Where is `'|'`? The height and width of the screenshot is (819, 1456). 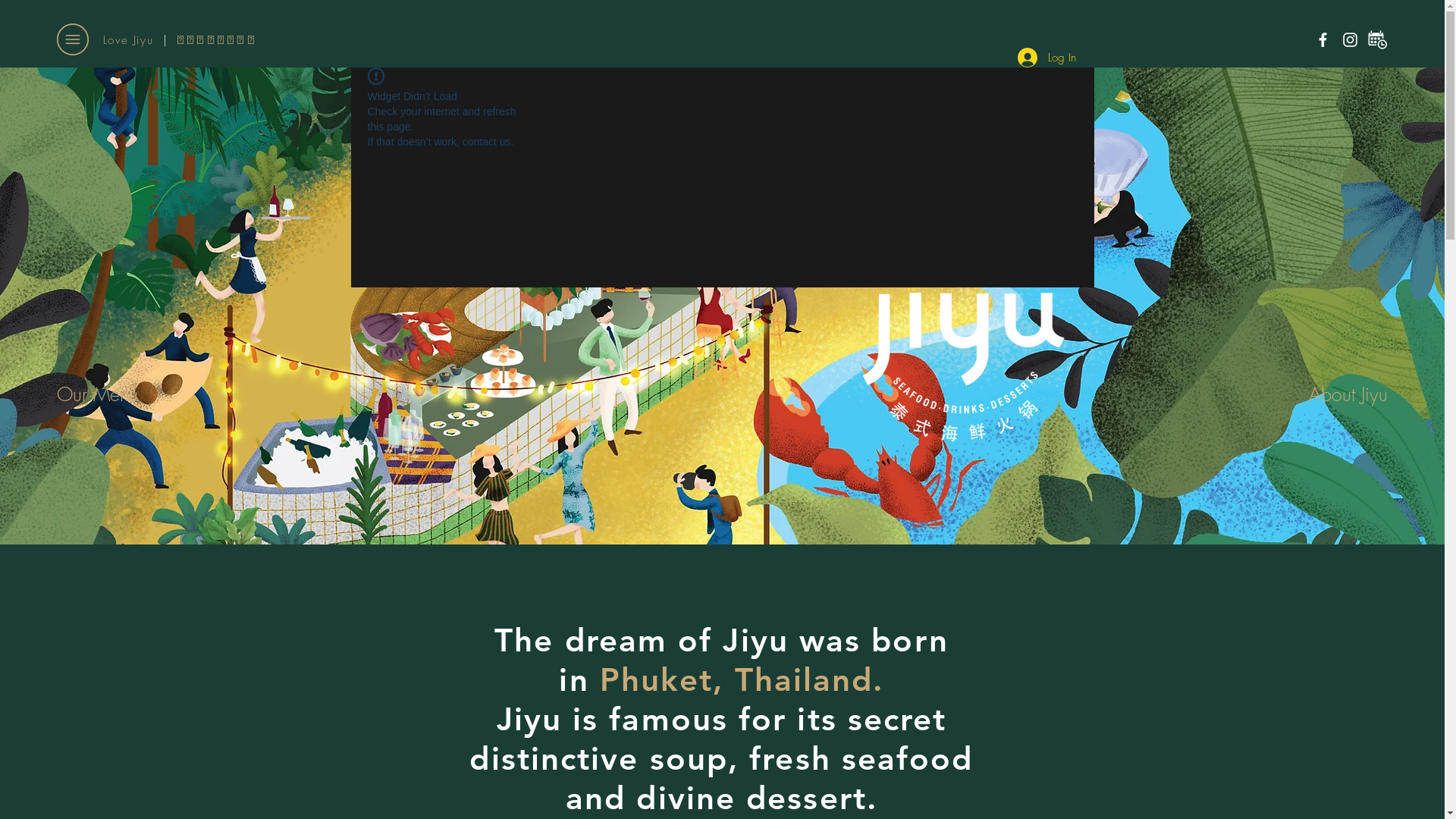
'|' is located at coordinates (163, 39).